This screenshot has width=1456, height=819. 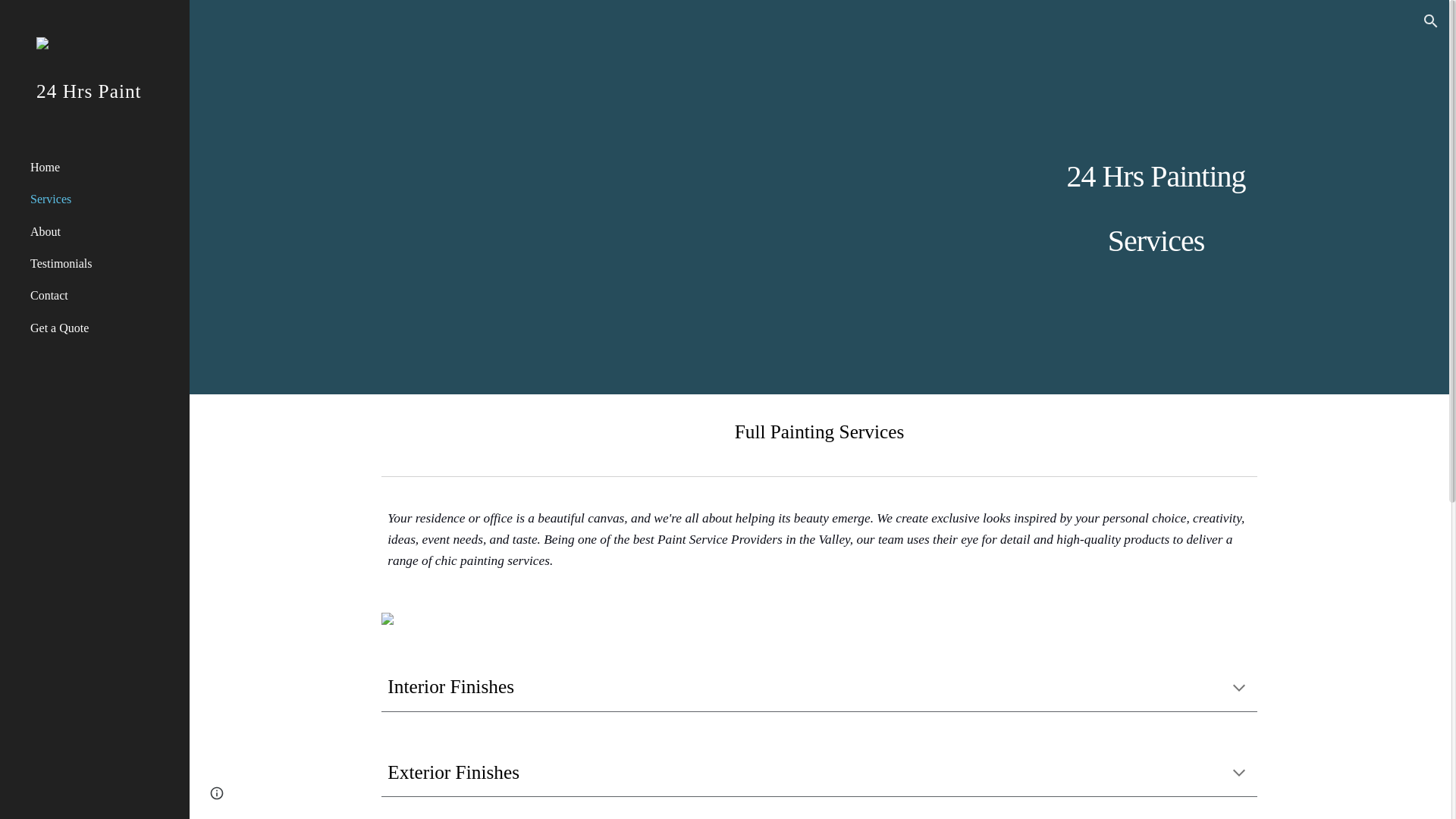 What do you see at coordinates (103, 166) in the screenshot?
I see `'Home'` at bounding box center [103, 166].